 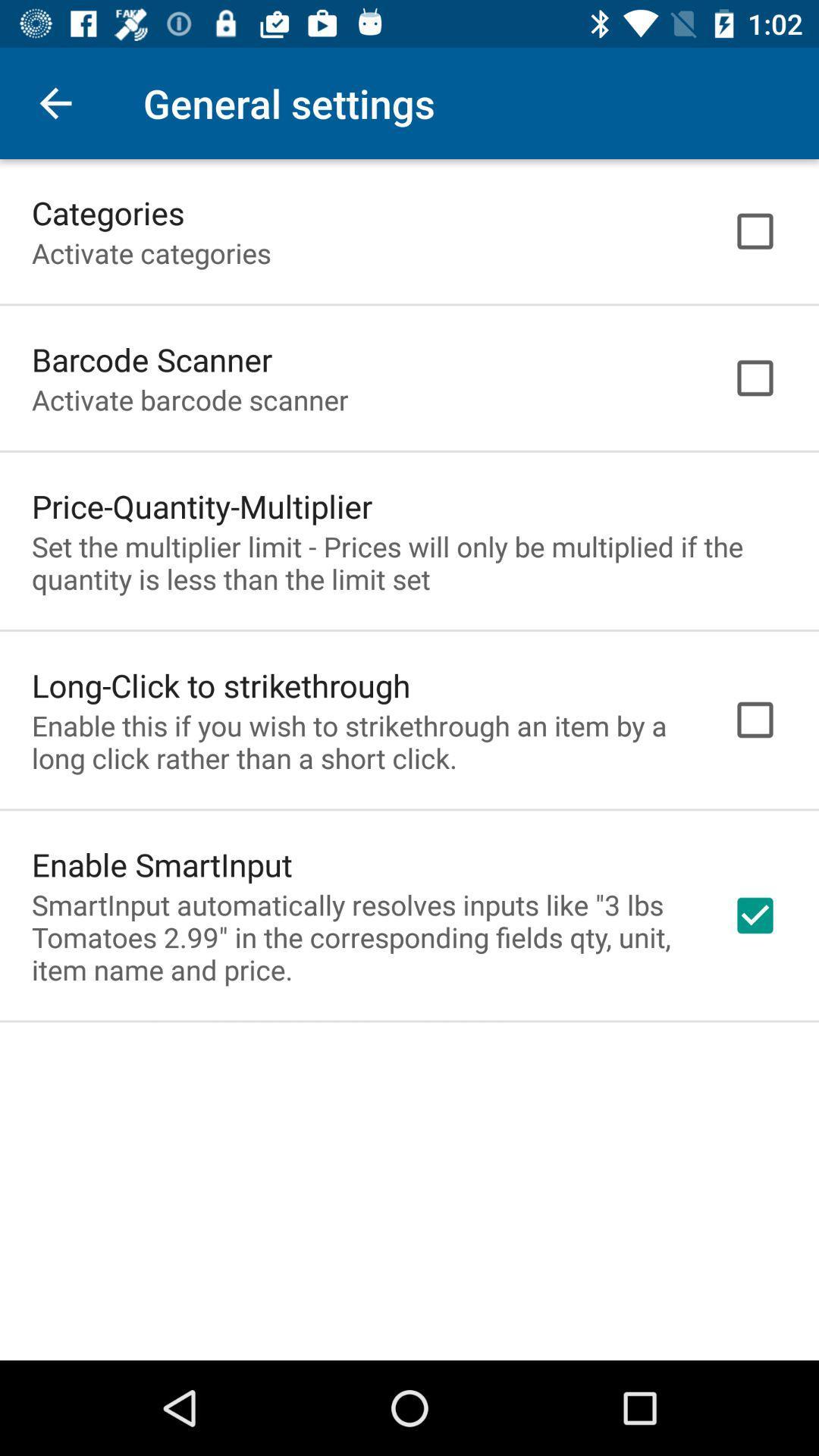 I want to click on the enable this if item, so click(x=362, y=742).